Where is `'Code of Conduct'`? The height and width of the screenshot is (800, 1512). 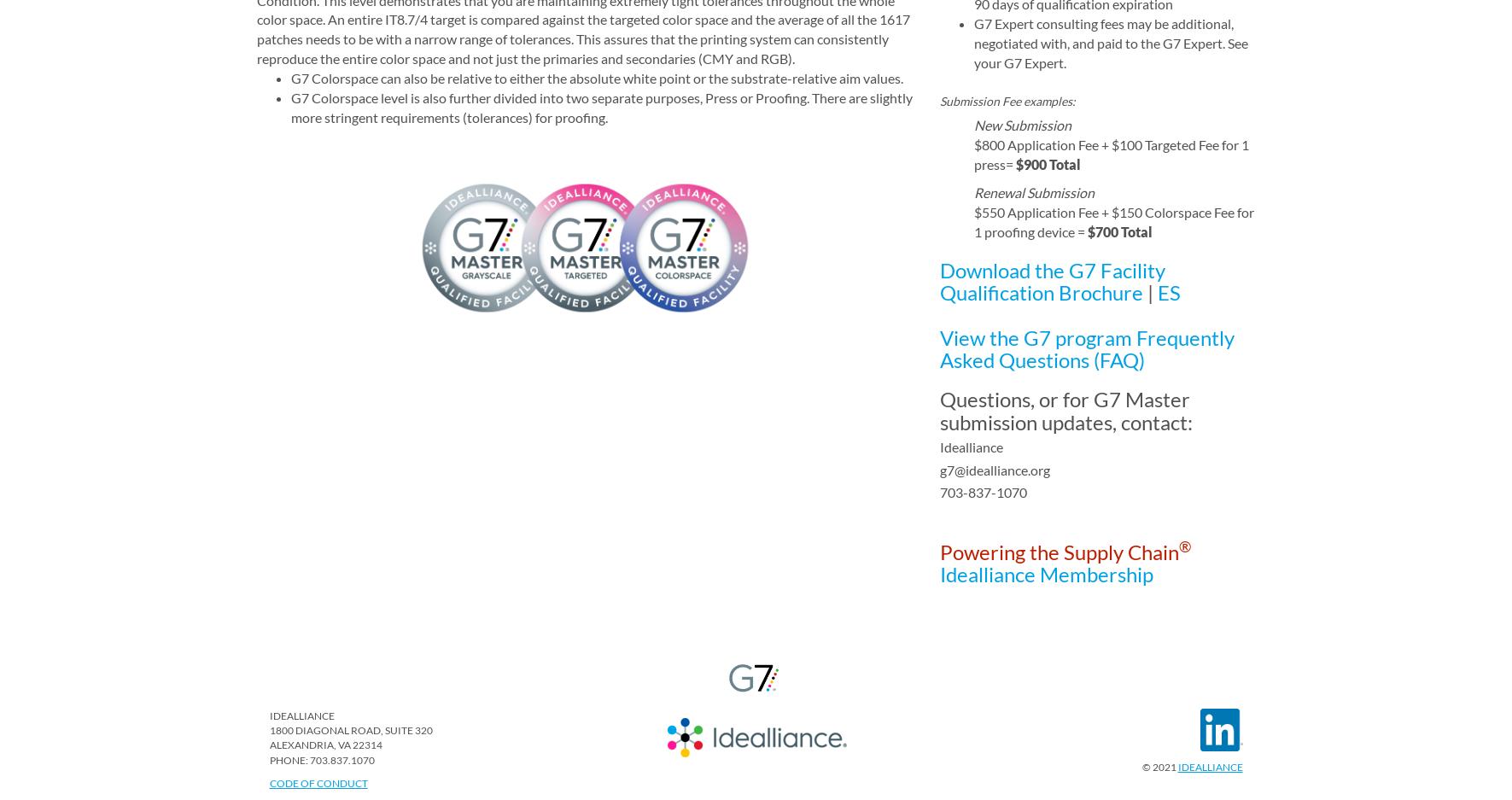
'Code of Conduct' is located at coordinates (268, 782).